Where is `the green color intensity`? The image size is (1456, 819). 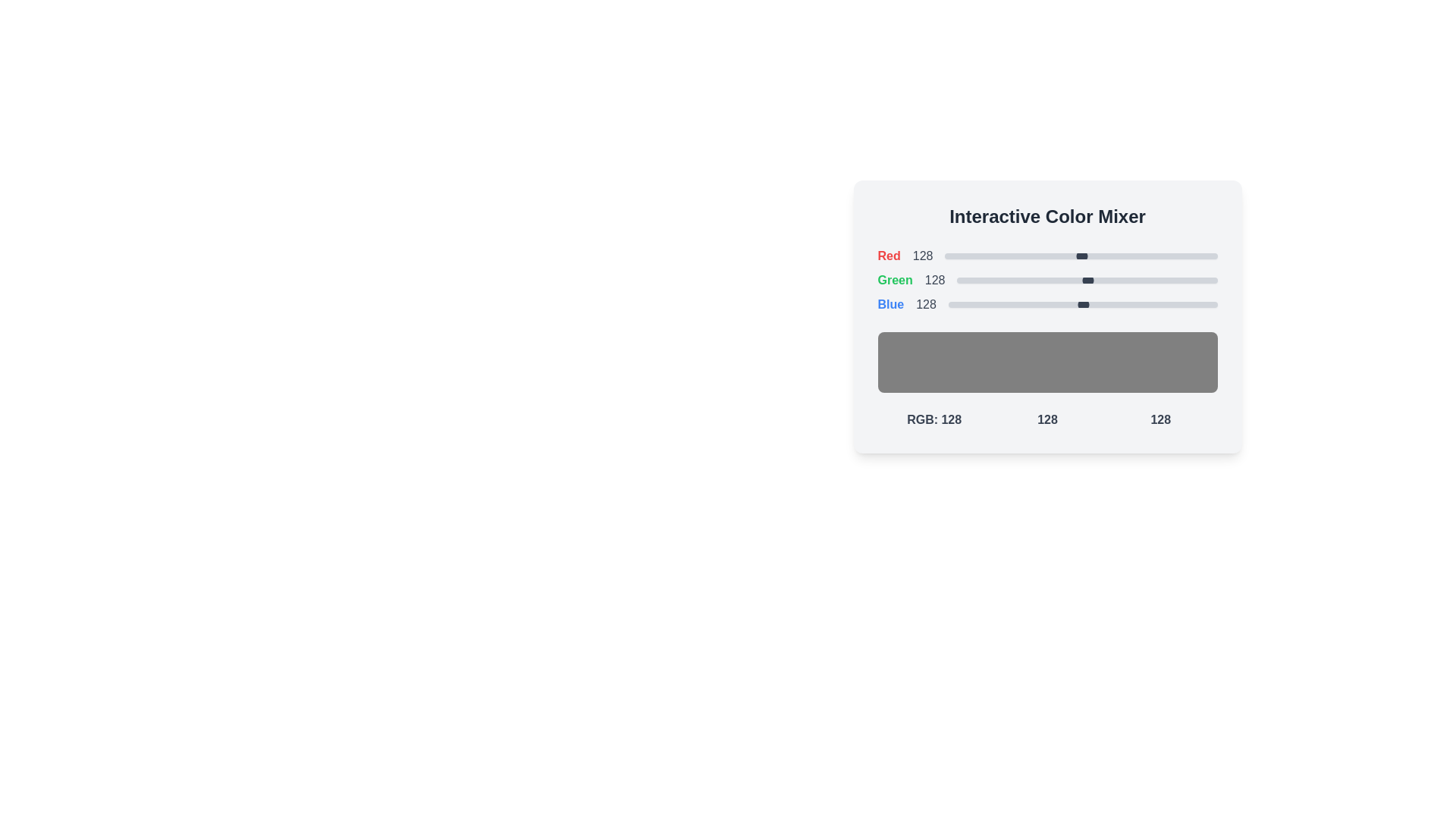 the green color intensity is located at coordinates (1194, 281).